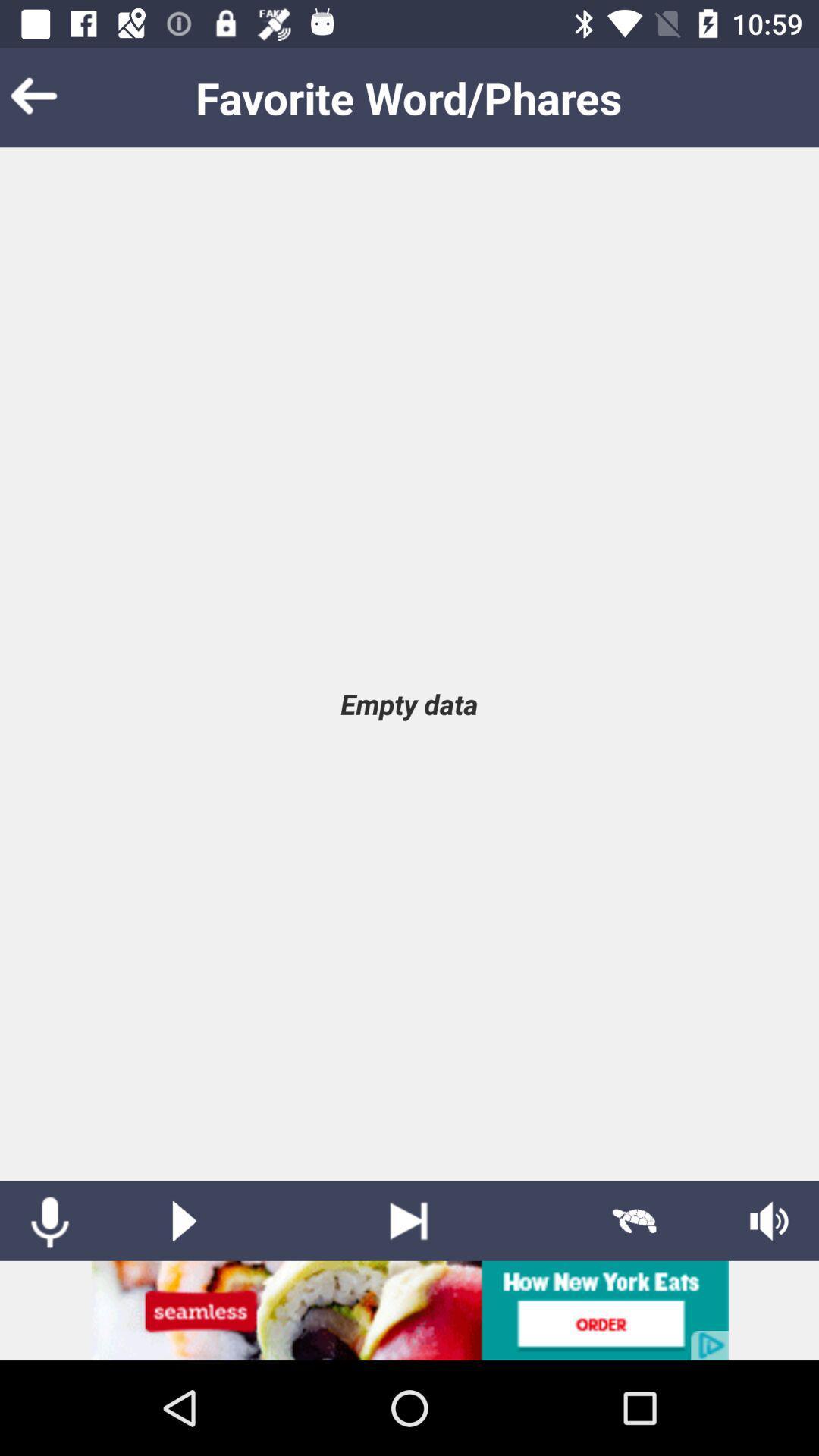  I want to click on advertisement banner, so click(409, 1310).